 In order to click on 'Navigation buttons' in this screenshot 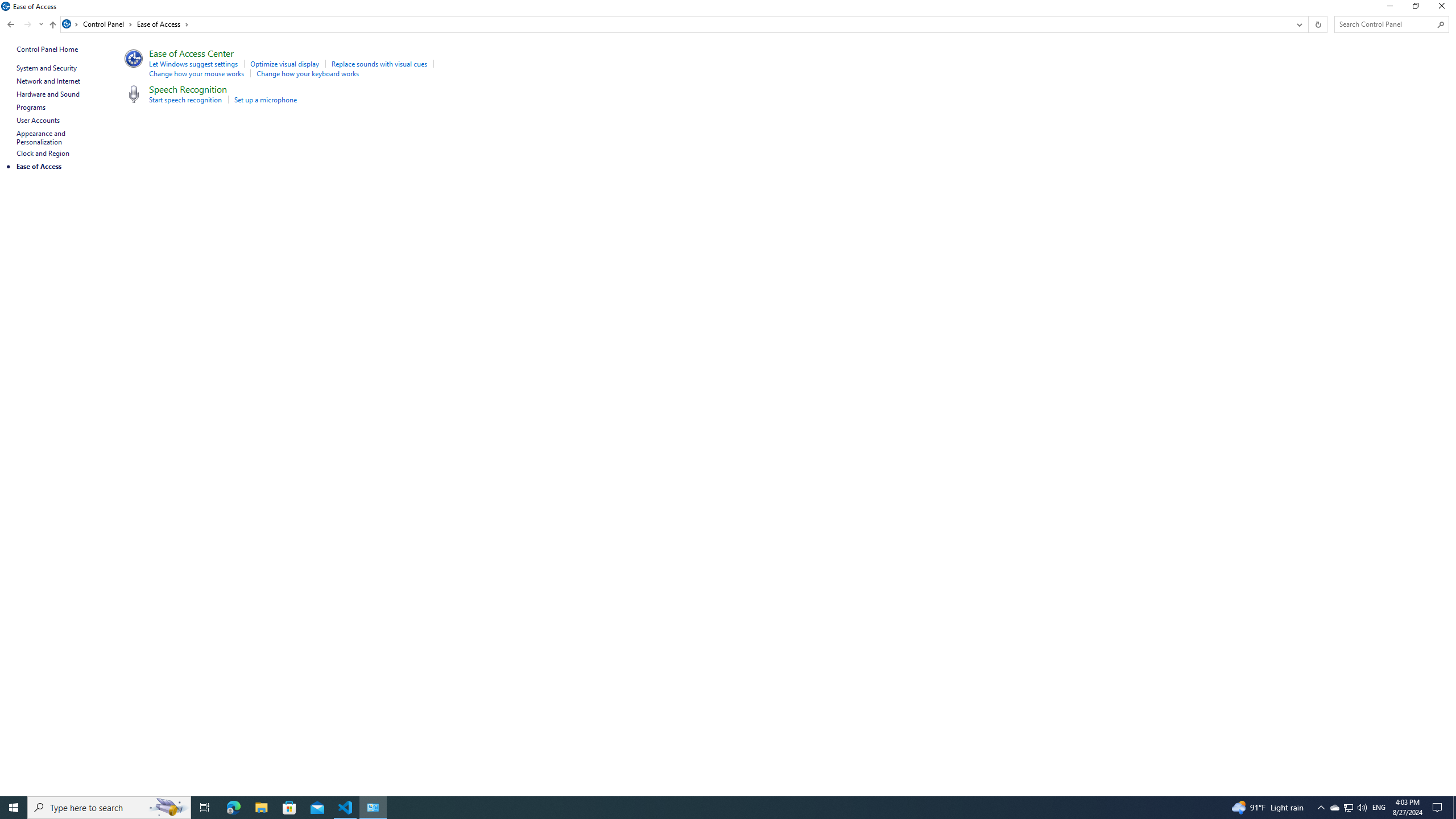, I will do `click(24, 24)`.